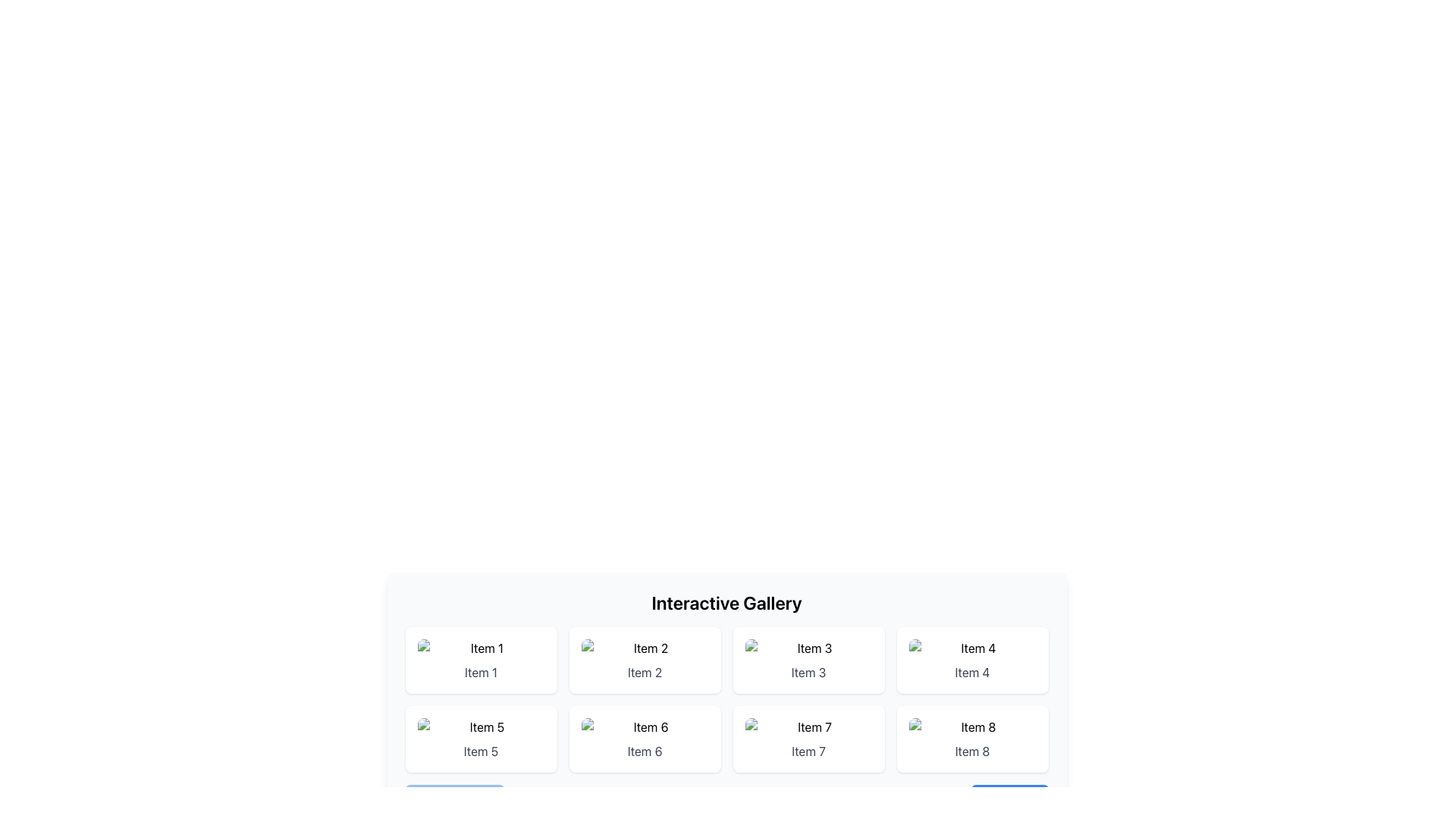 This screenshot has width=1456, height=819. What do you see at coordinates (1009, 799) in the screenshot?
I see `the rectangular blue button labeled 'Next' located at the bottom right of the interface` at bounding box center [1009, 799].